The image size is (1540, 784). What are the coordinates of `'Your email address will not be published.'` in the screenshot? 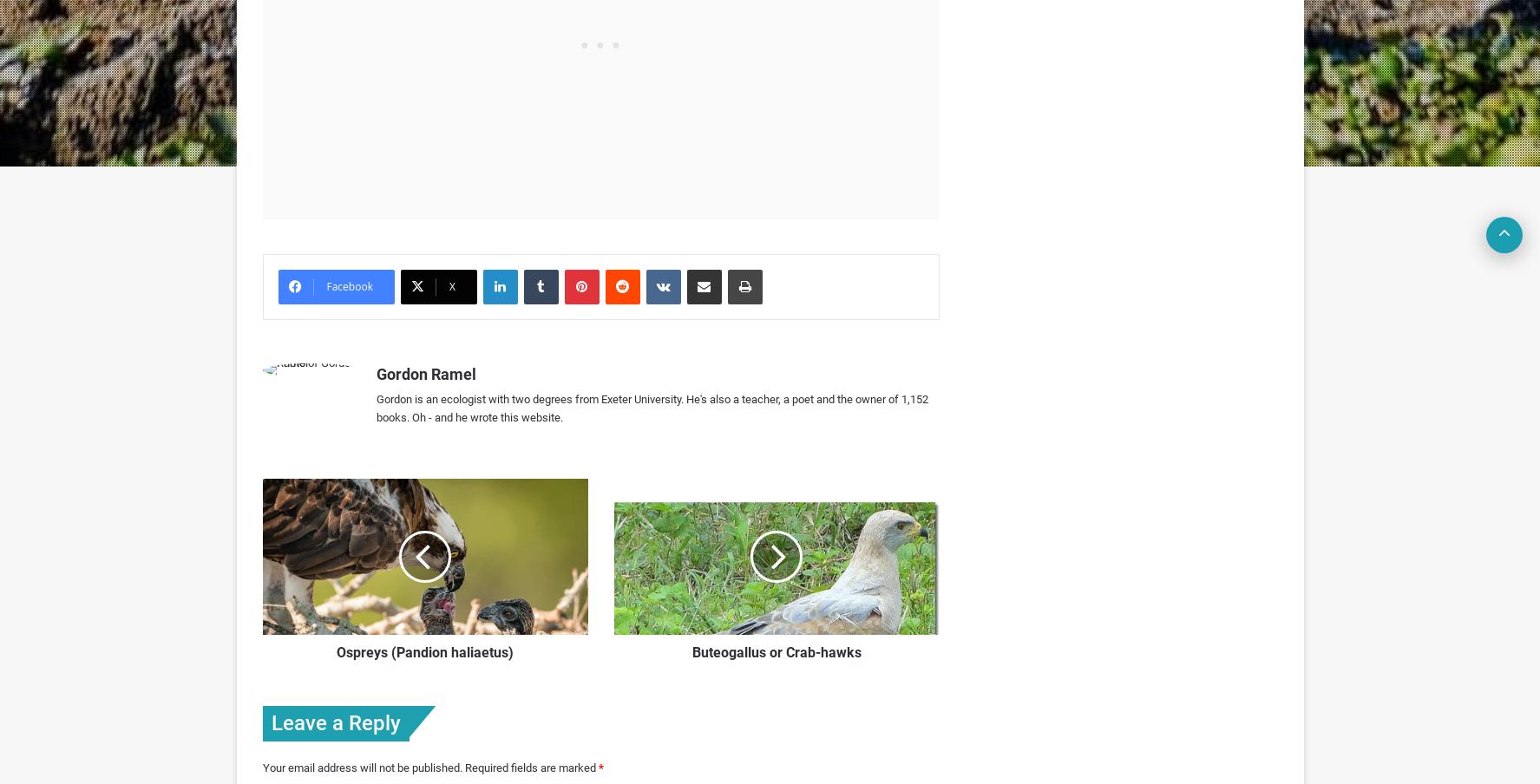 It's located at (361, 767).